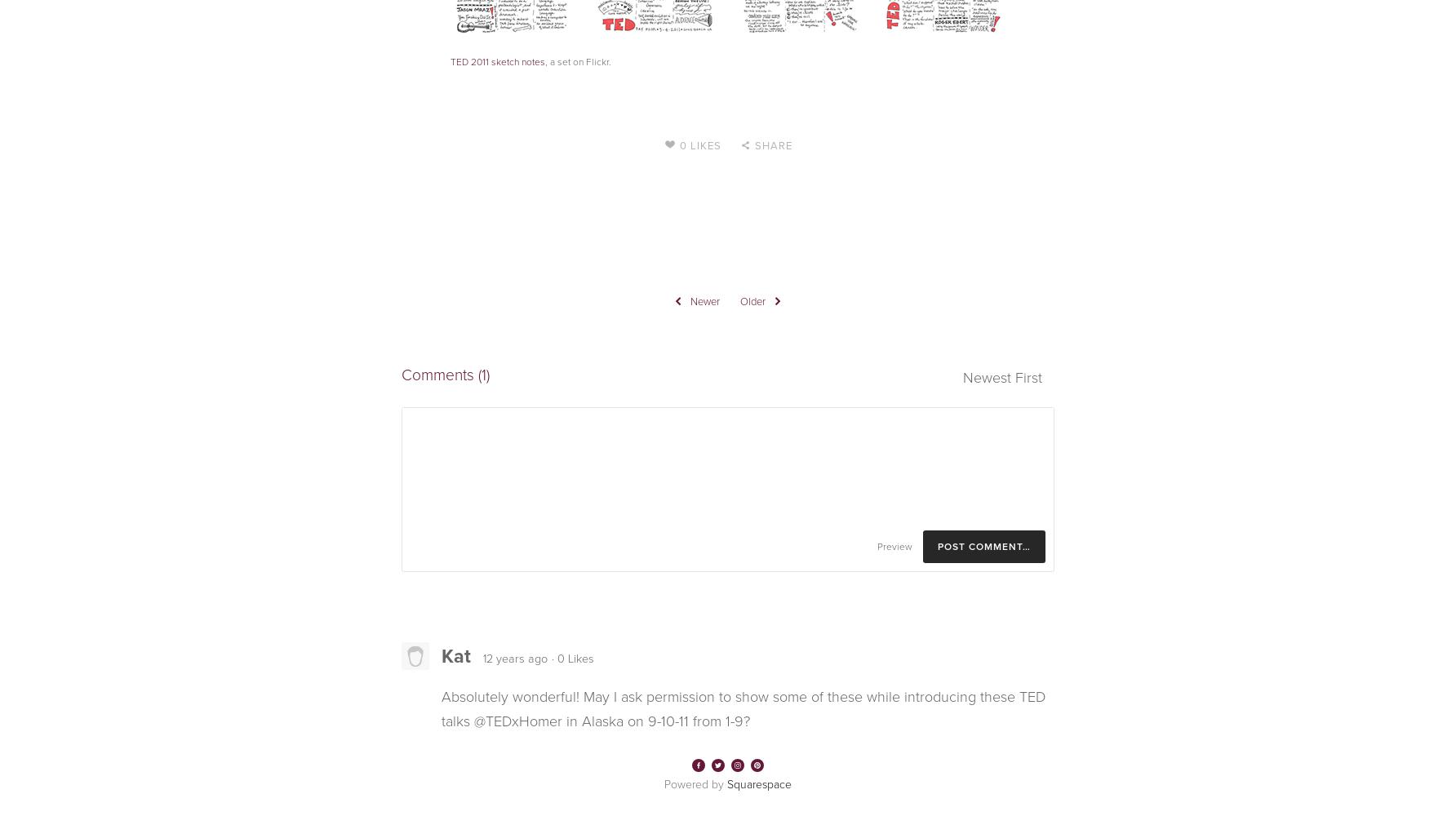 The height and width of the screenshot is (834, 1456). What do you see at coordinates (759, 783) in the screenshot?
I see `'Squarespace'` at bounding box center [759, 783].